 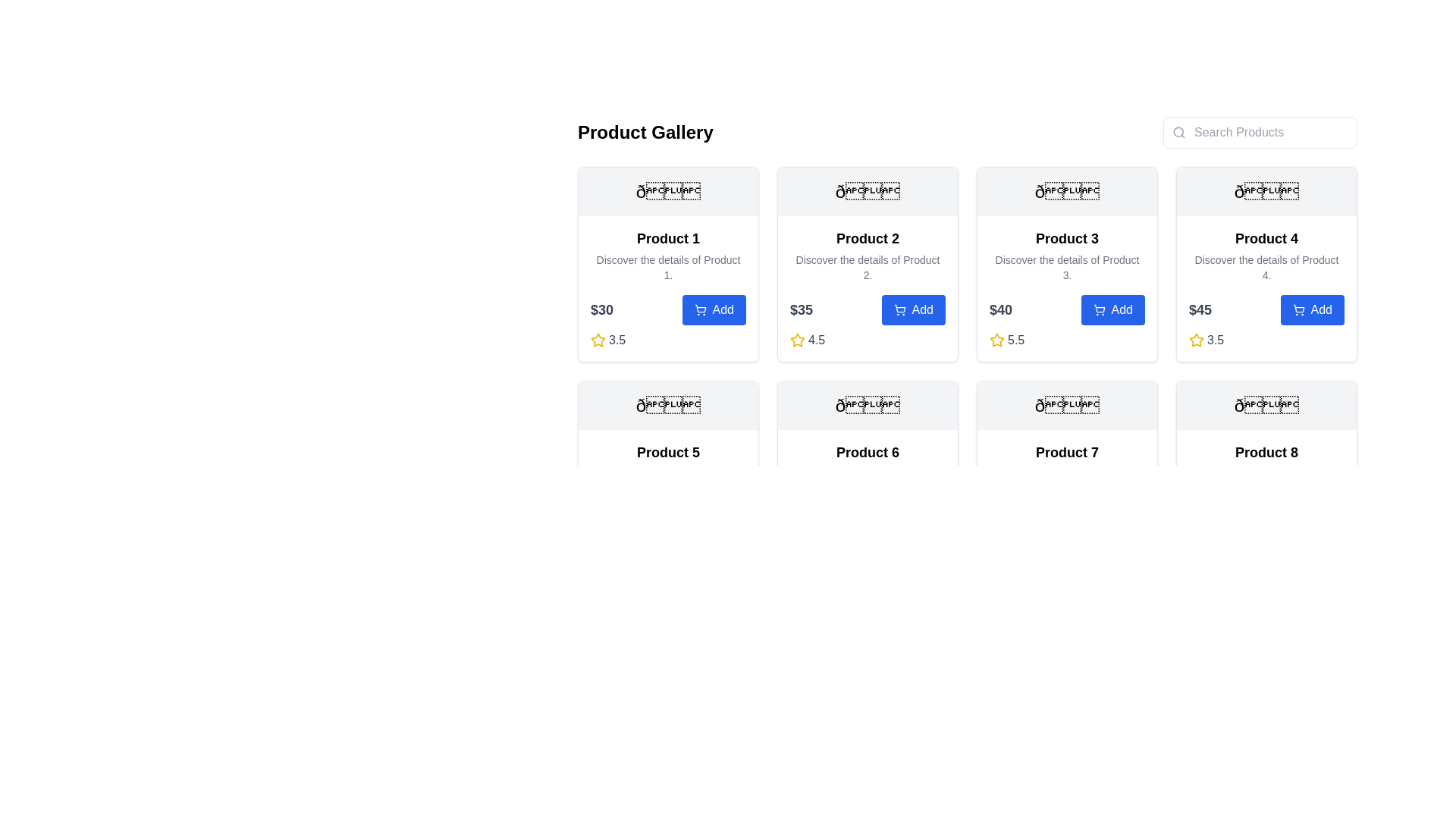 What do you see at coordinates (796, 339) in the screenshot?
I see `the star icon that displays the rating for Product 2, located in the second column of the first row within the product gallery grid` at bounding box center [796, 339].